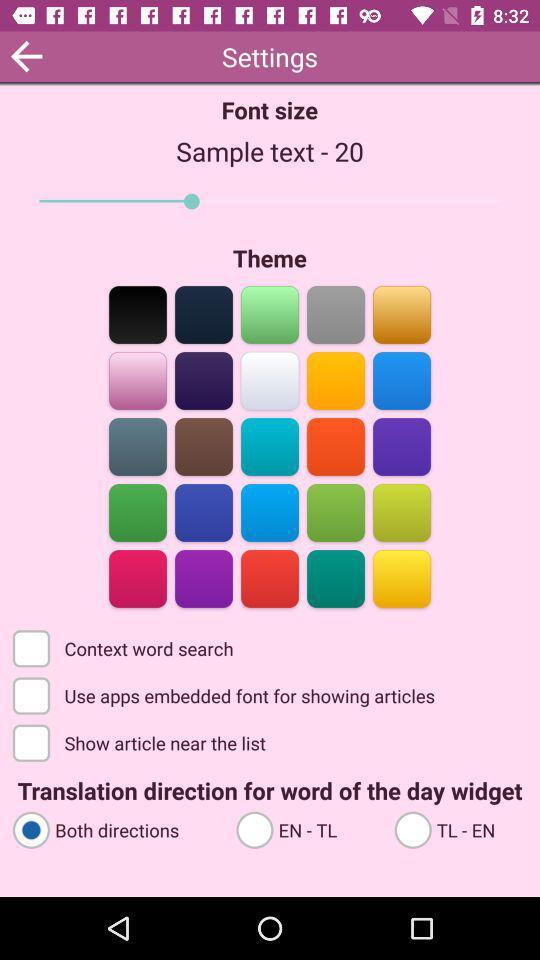 The height and width of the screenshot is (960, 540). Describe the element at coordinates (125, 646) in the screenshot. I see `the context word search checkbox` at that location.